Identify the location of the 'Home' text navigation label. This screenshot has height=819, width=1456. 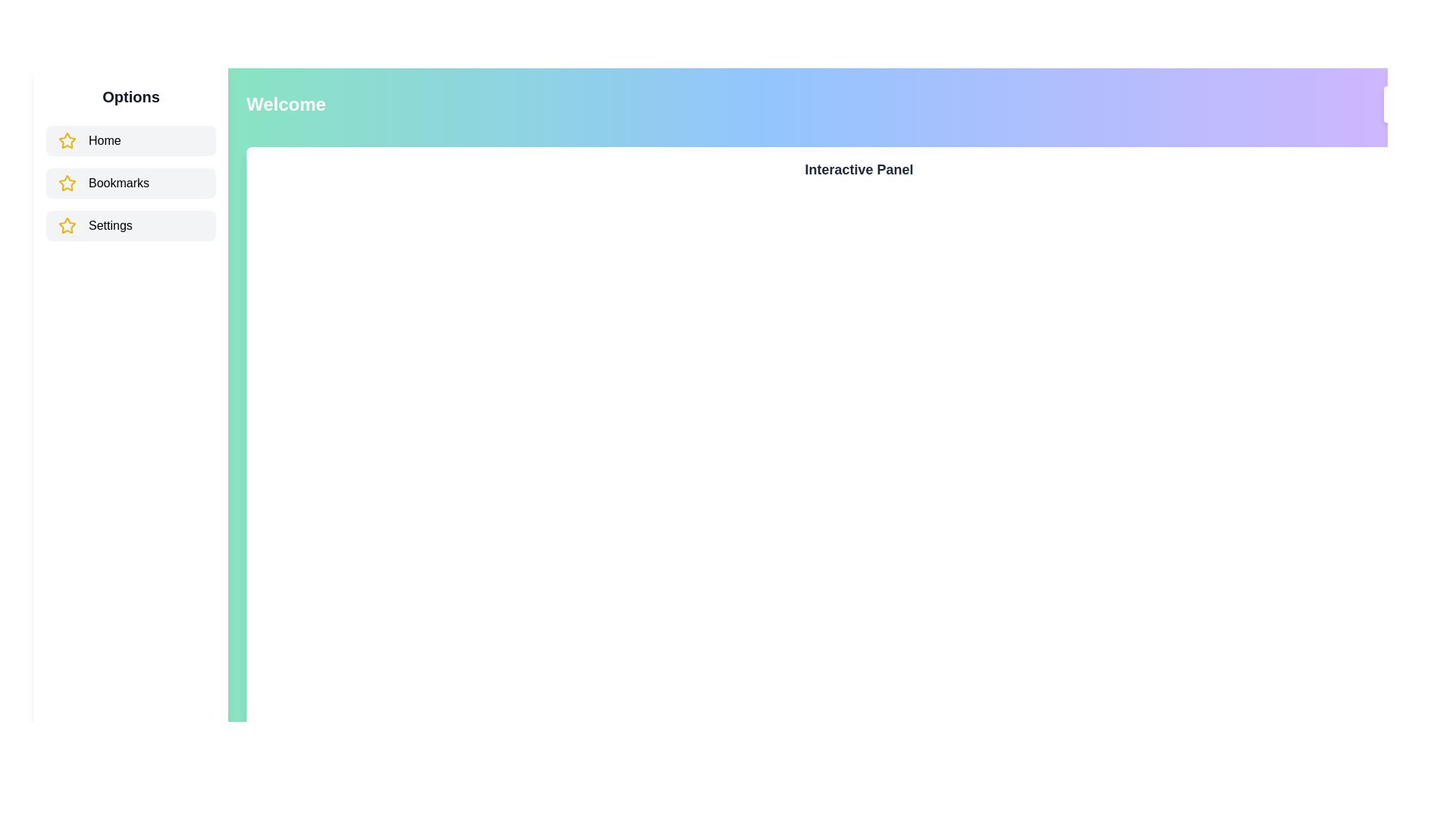
(104, 140).